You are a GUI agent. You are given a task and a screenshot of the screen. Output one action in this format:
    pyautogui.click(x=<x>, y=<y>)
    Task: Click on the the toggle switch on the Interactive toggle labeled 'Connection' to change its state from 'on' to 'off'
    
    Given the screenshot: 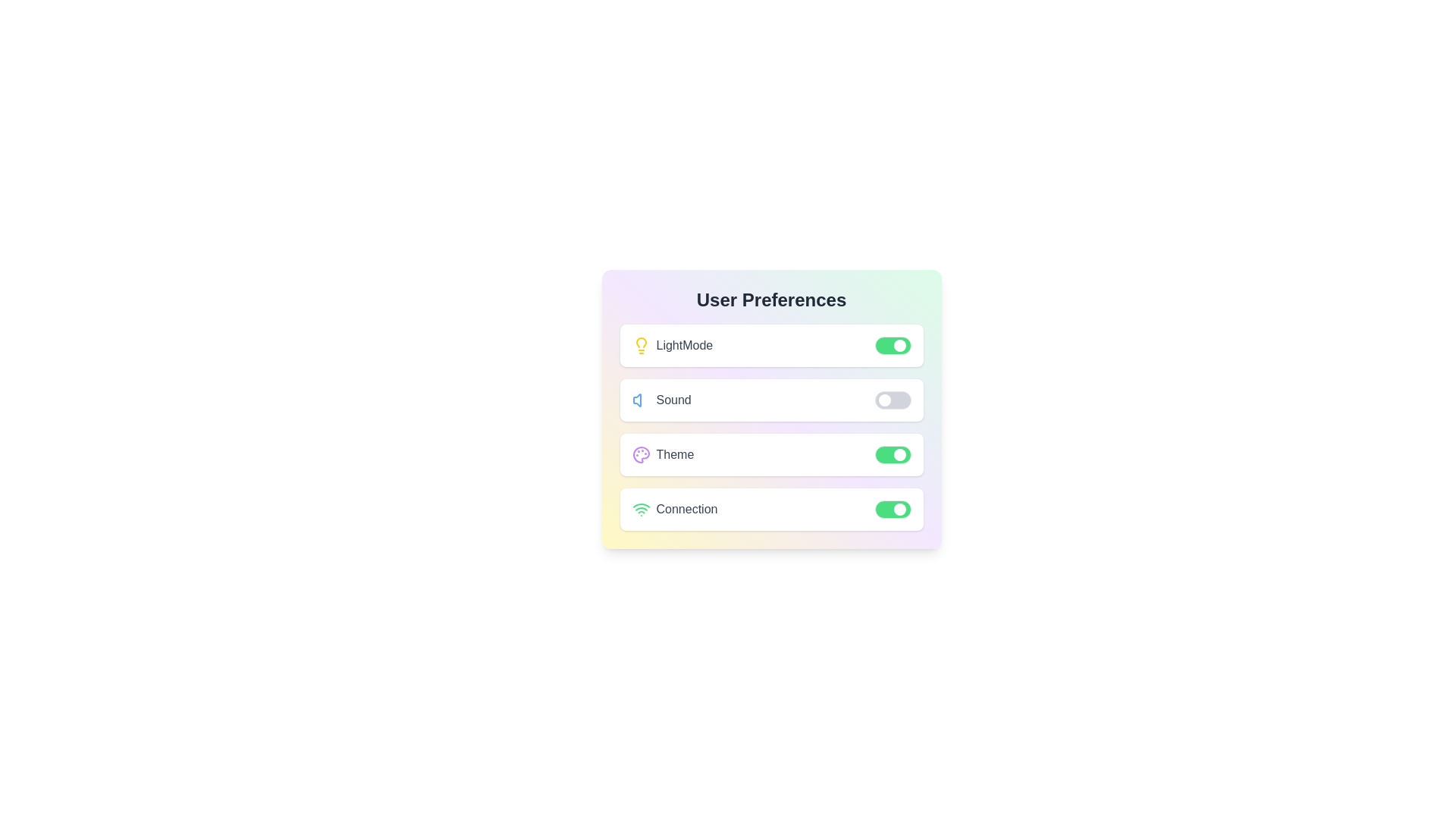 What is the action you would take?
    pyautogui.click(x=771, y=509)
    